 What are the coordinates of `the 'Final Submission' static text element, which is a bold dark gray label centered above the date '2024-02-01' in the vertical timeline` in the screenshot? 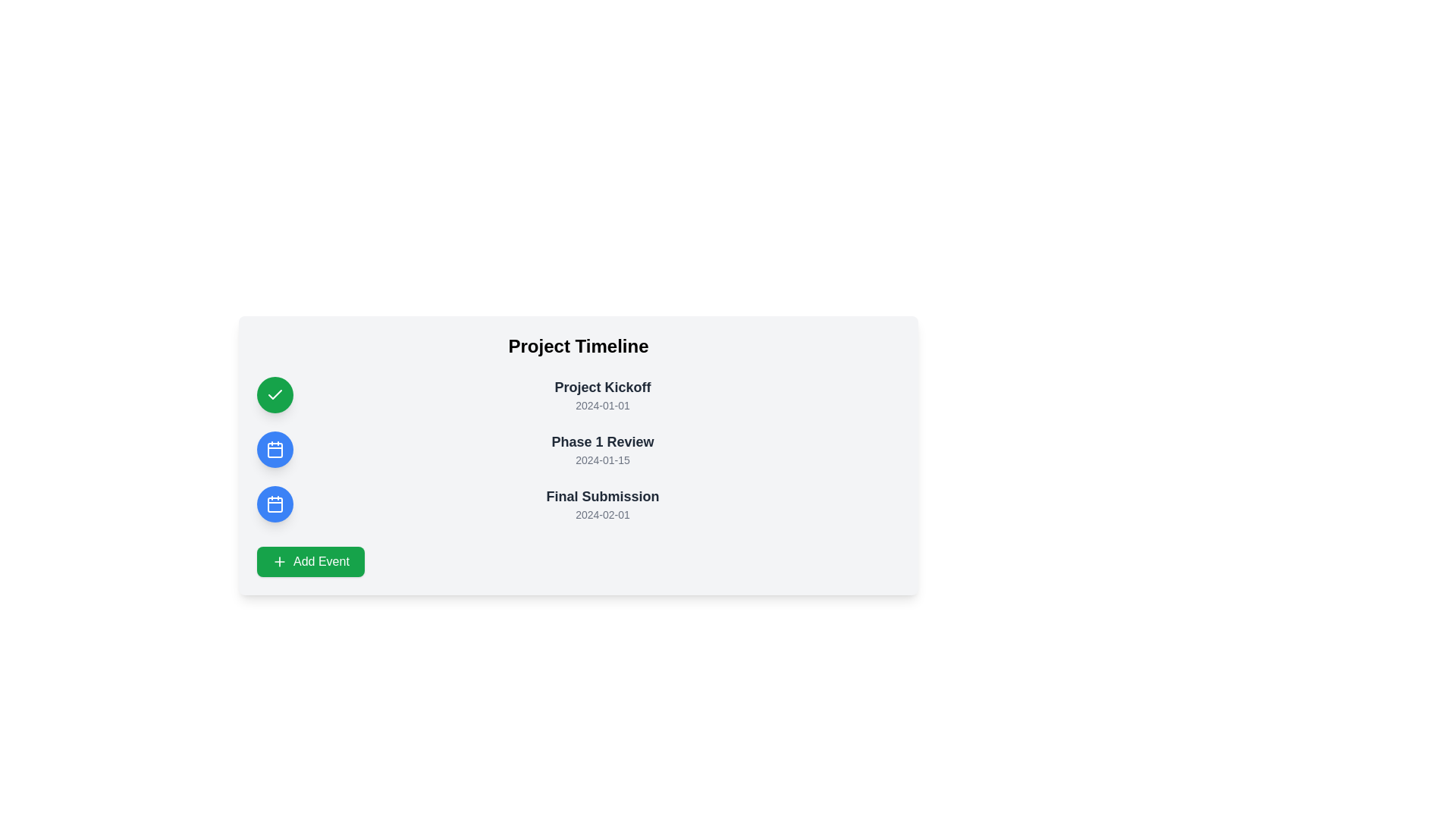 It's located at (602, 497).